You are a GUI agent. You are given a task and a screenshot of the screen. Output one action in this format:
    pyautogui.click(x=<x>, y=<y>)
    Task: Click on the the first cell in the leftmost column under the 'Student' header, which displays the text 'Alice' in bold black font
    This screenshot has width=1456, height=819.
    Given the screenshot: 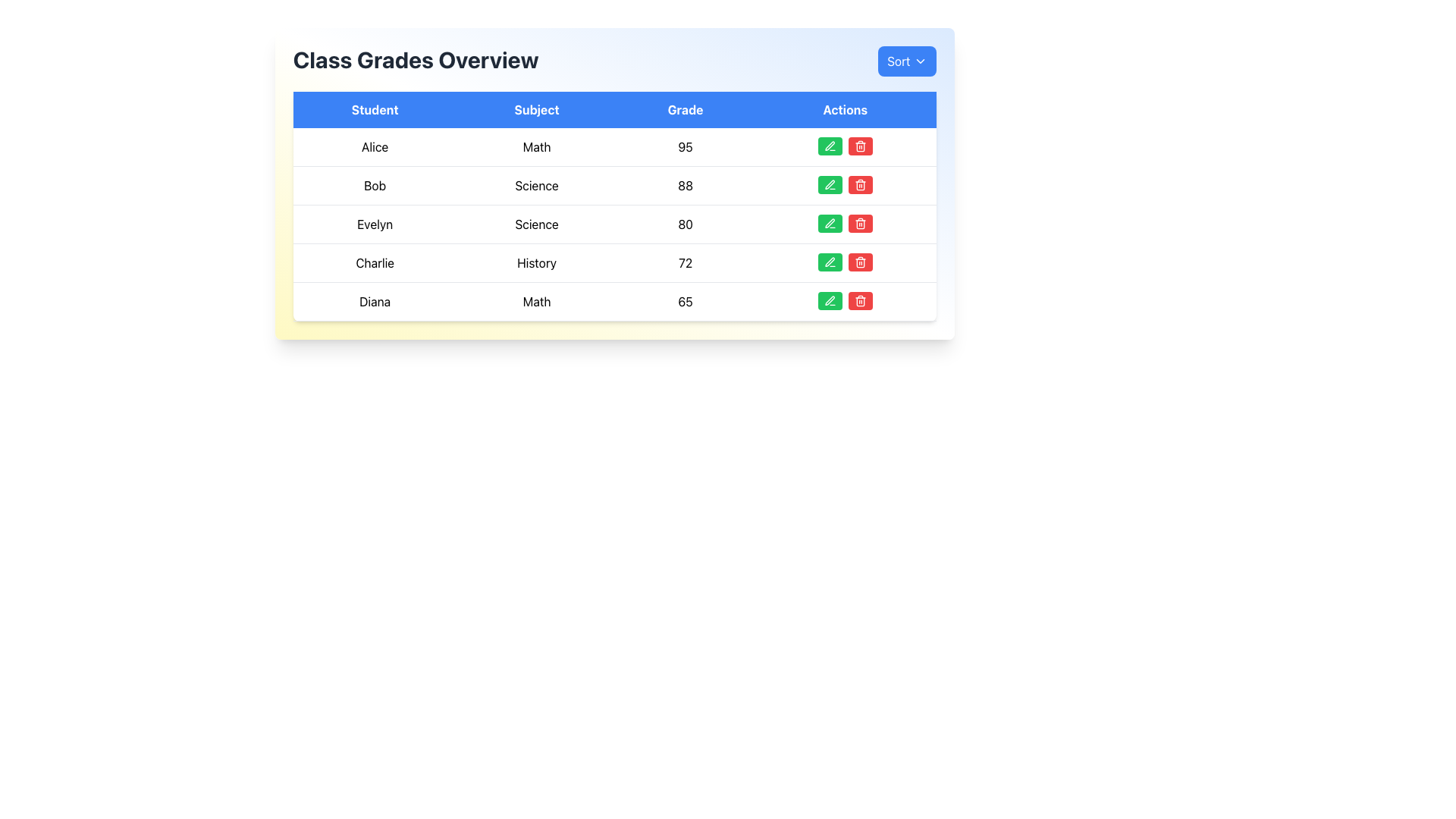 What is the action you would take?
    pyautogui.click(x=375, y=147)
    